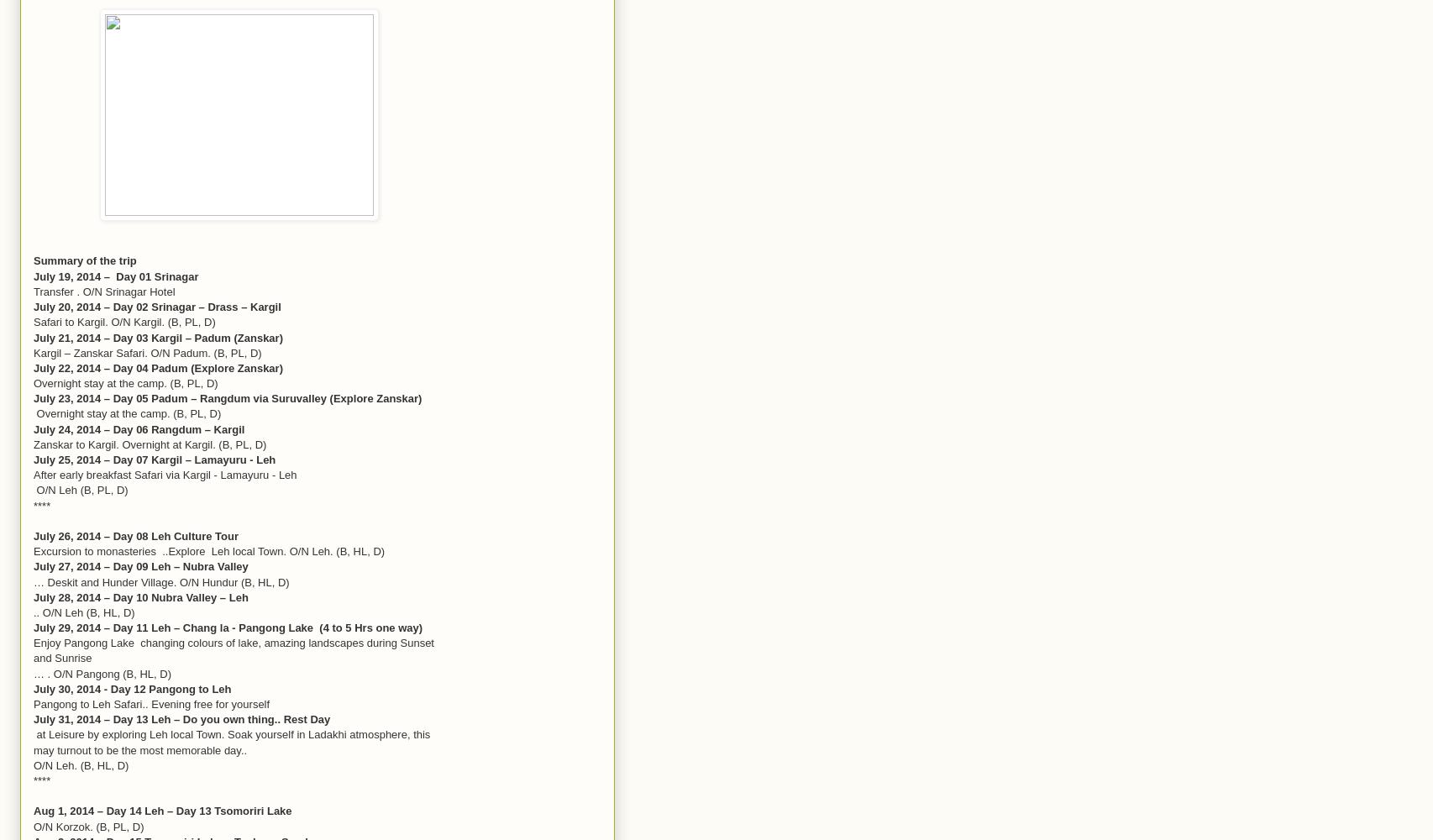  What do you see at coordinates (155, 459) in the screenshot?
I see `'July 25, 2014 – Day 07 Kargil – Lamayuru - Leh'` at bounding box center [155, 459].